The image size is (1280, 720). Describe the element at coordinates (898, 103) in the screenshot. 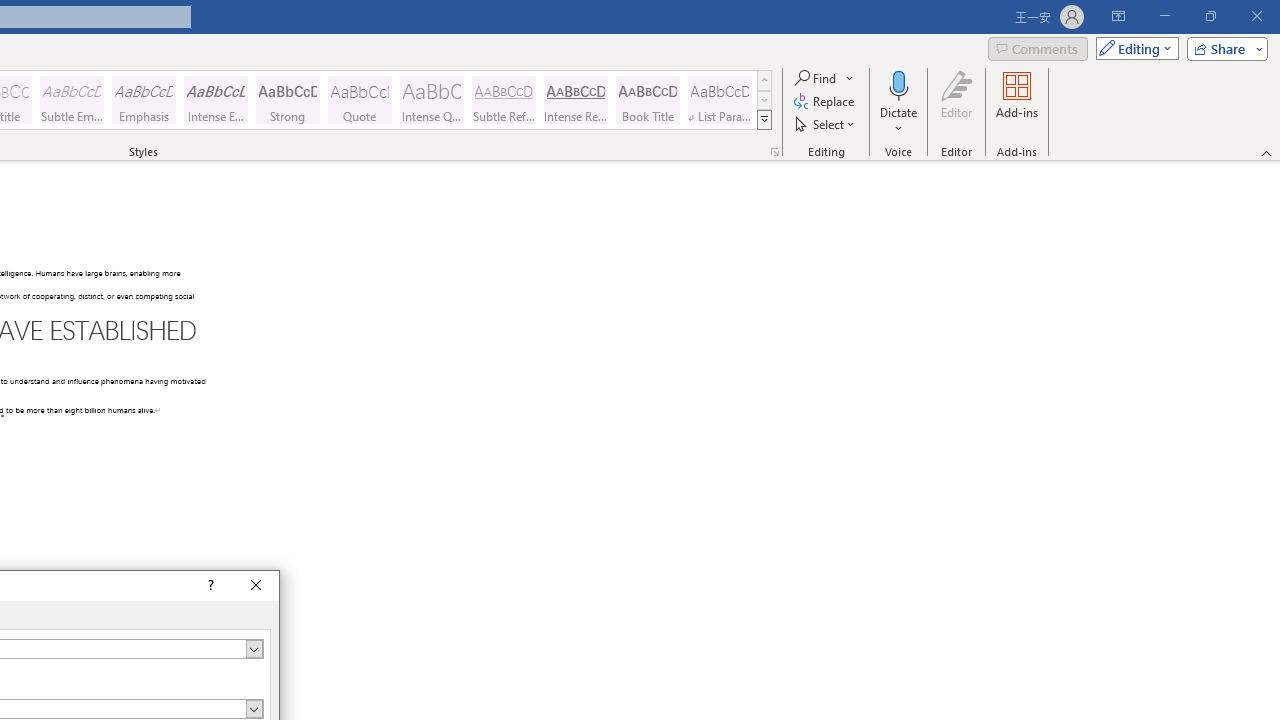

I see `'Dictate'` at that location.